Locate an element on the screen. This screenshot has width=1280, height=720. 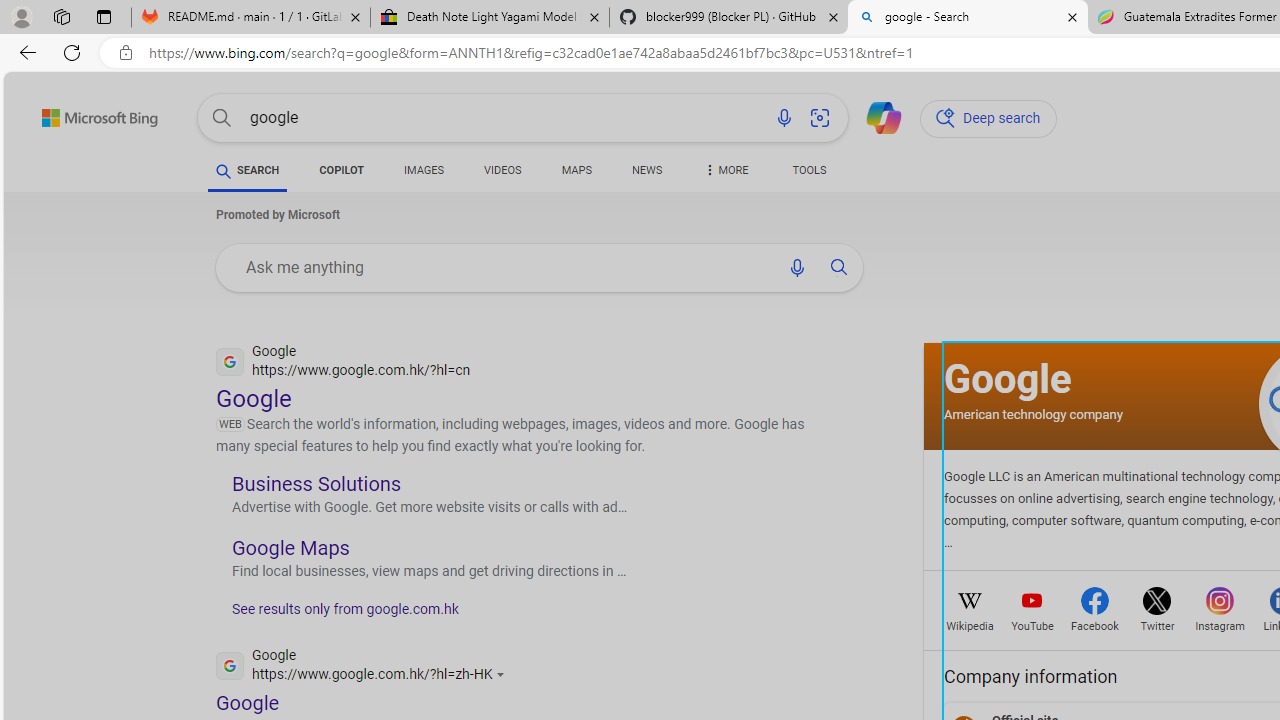
'google - Search' is located at coordinates (967, 17).